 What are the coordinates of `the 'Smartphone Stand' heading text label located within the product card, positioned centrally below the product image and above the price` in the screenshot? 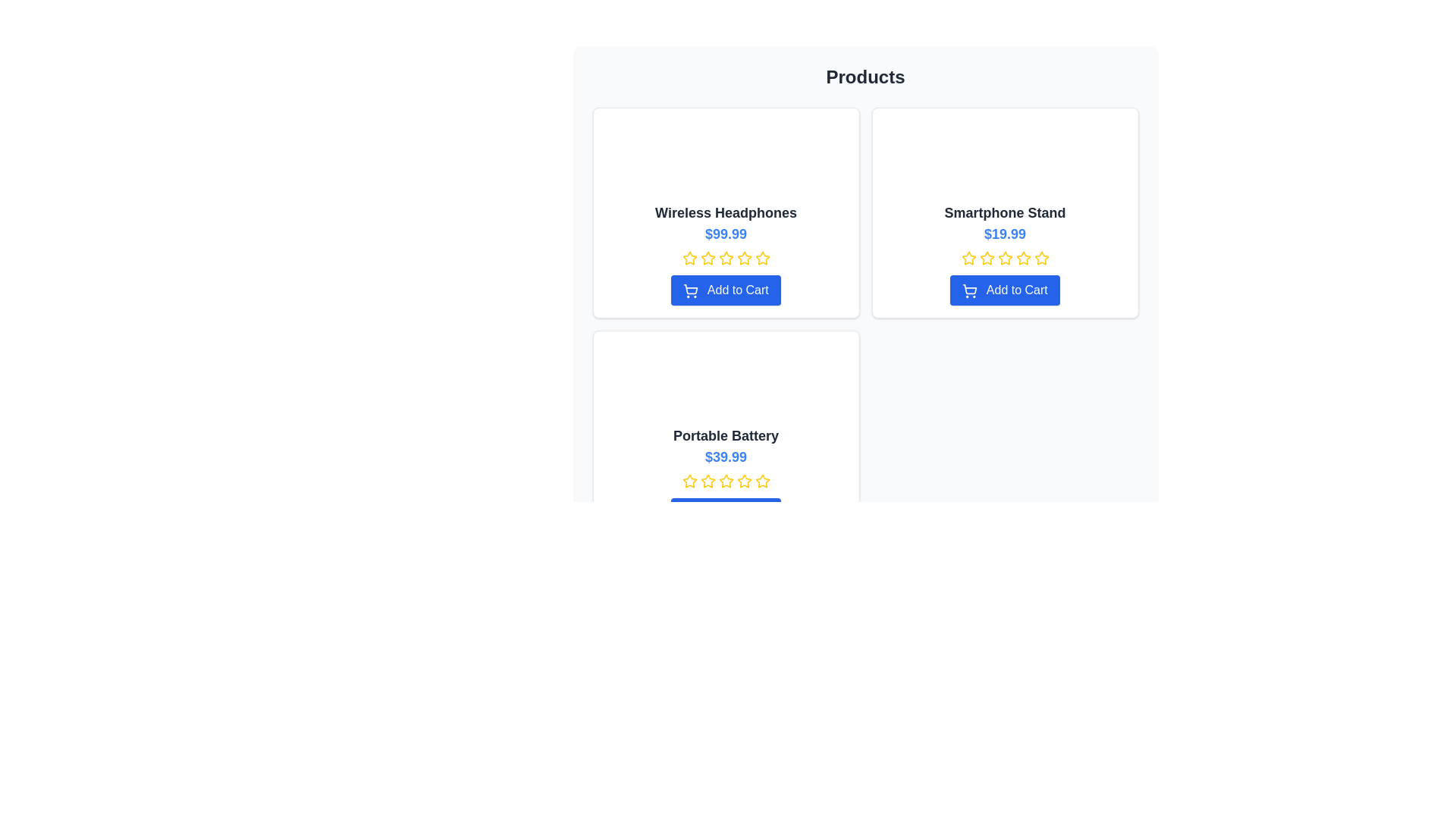 It's located at (1005, 213).